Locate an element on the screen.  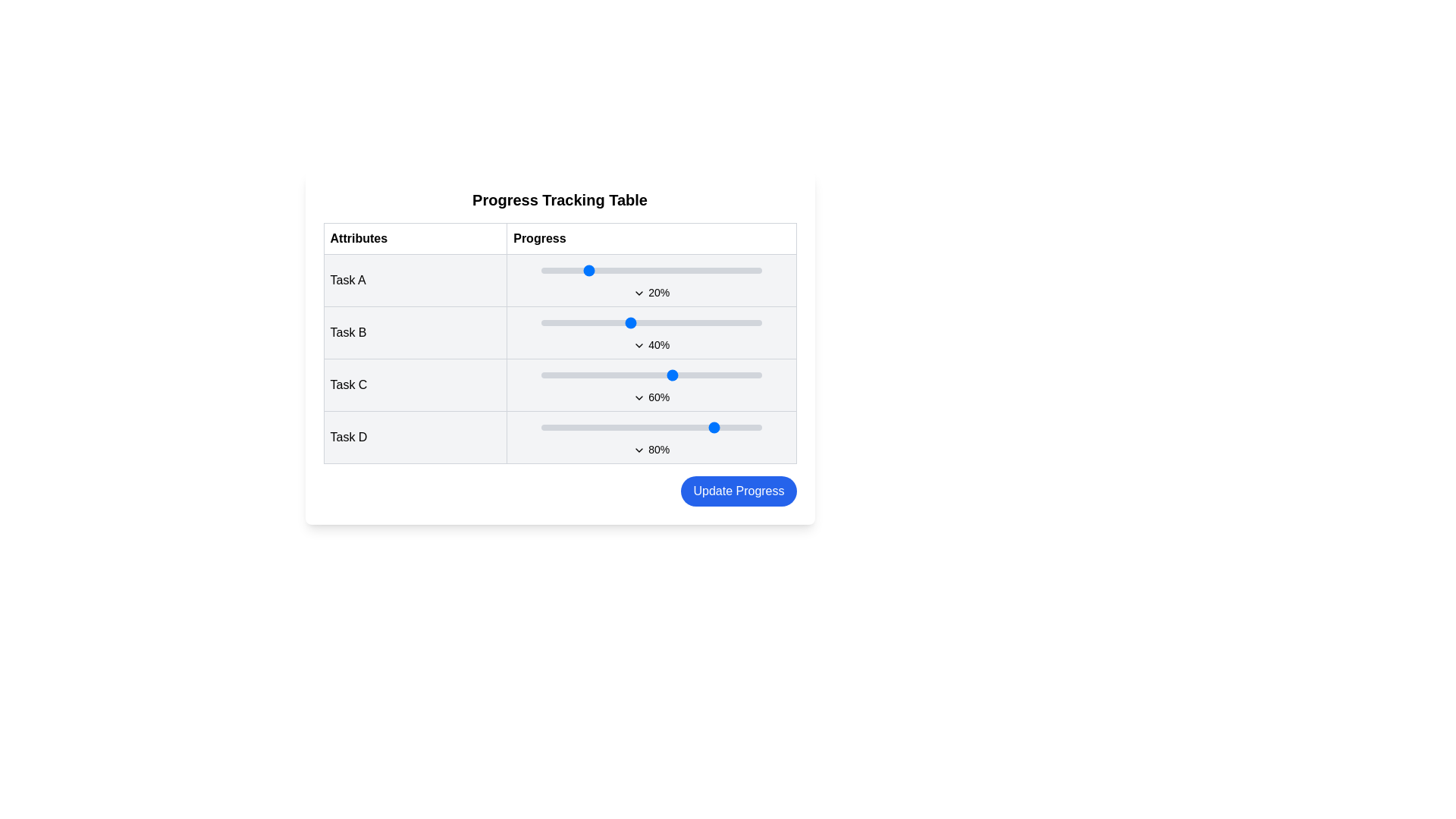
the progress of Task C is located at coordinates (742, 375).